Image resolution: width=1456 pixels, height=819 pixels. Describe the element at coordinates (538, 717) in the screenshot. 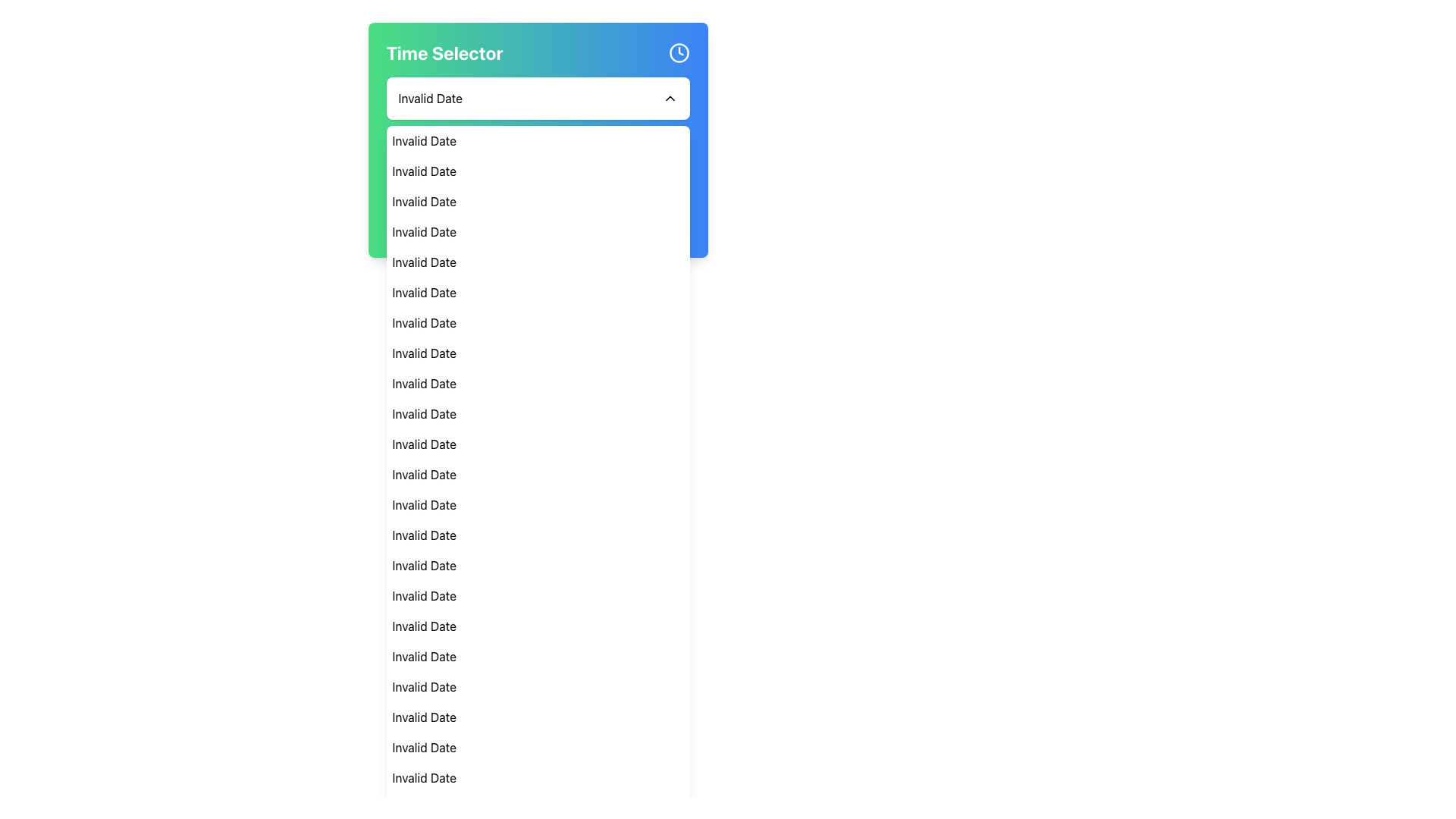

I see `the 'Invalid Date' dropdown menu item, which is the 21st item in a vertical list` at that location.